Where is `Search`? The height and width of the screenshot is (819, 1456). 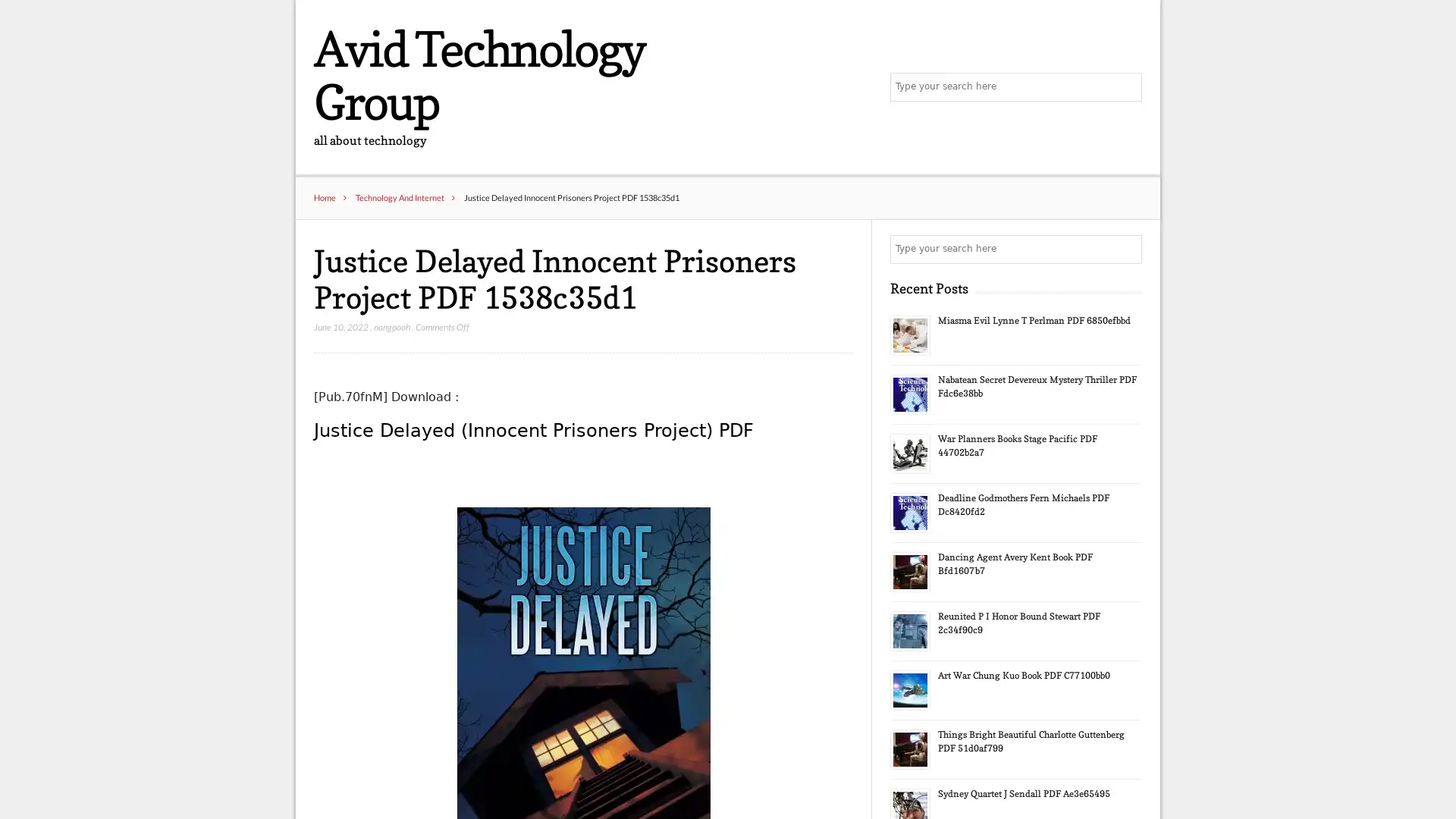 Search is located at coordinates (1126, 249).